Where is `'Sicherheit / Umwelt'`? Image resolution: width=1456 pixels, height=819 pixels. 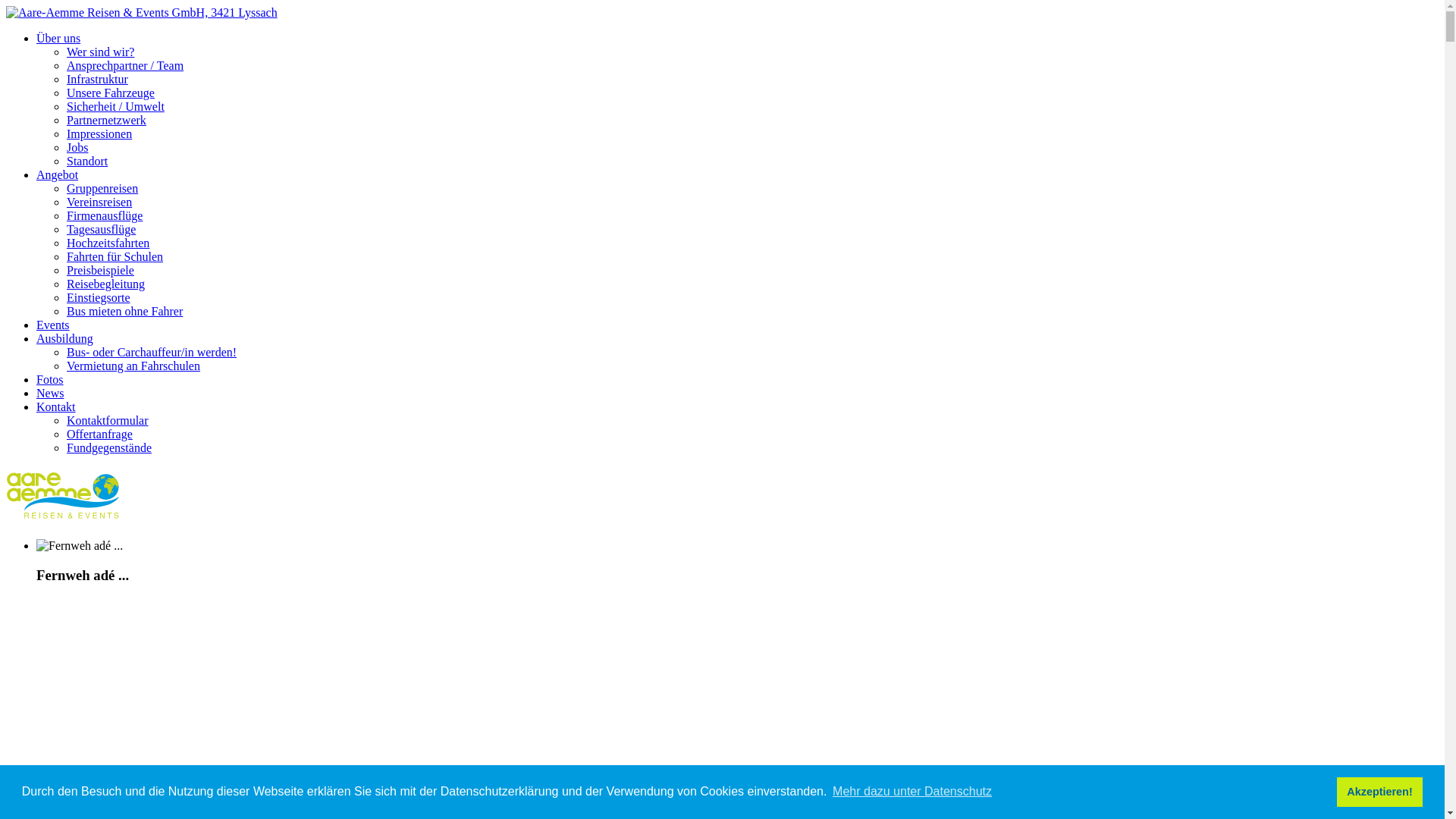
'Sicherheit / Umwelt' is located at coordinates (115, 105).